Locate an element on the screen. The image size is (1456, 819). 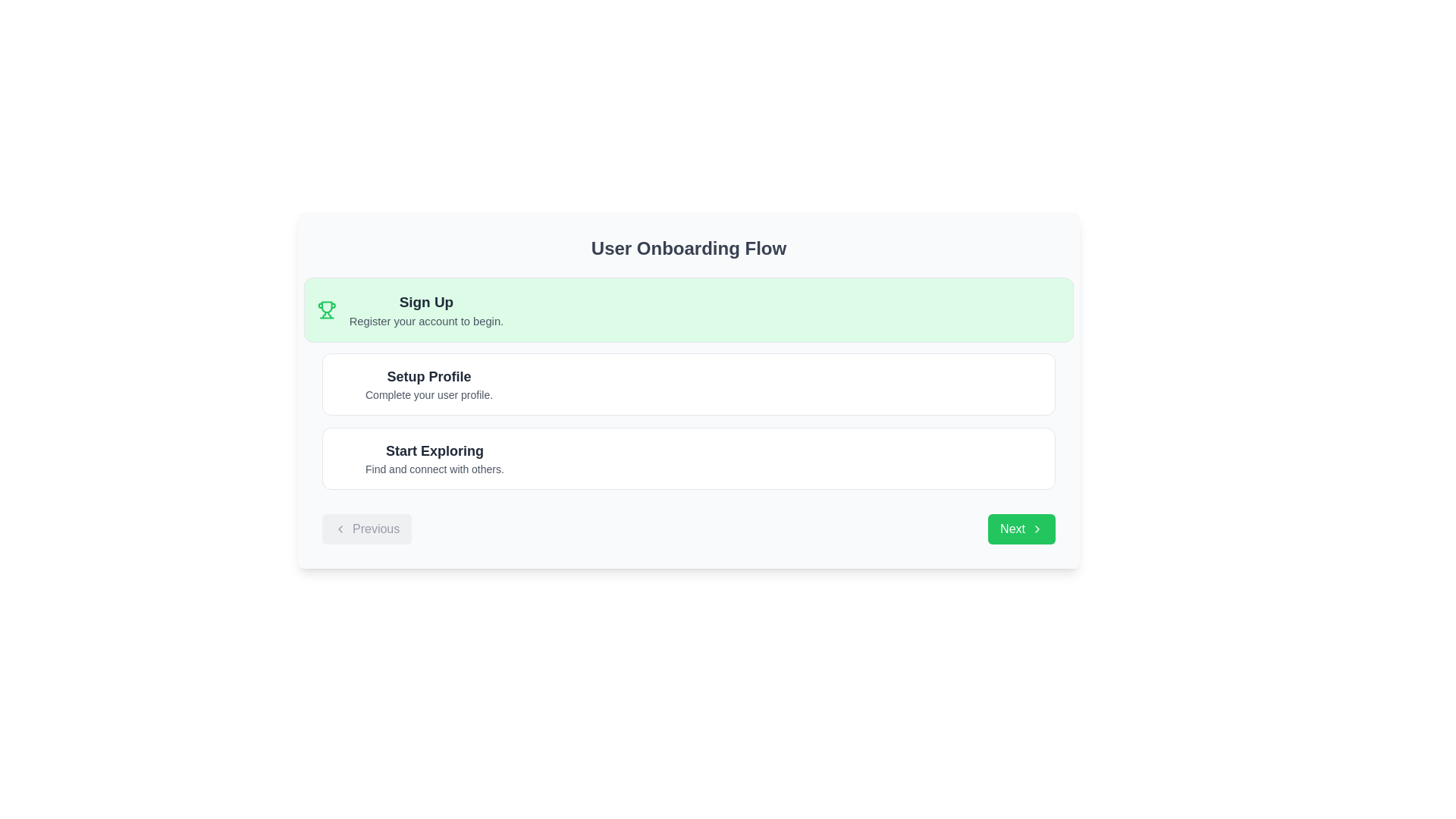
the text block that says 'Start Exploring' and 'Find and connect with others', which is the third item in the onboarding steps is located at coordinates (434, 458).